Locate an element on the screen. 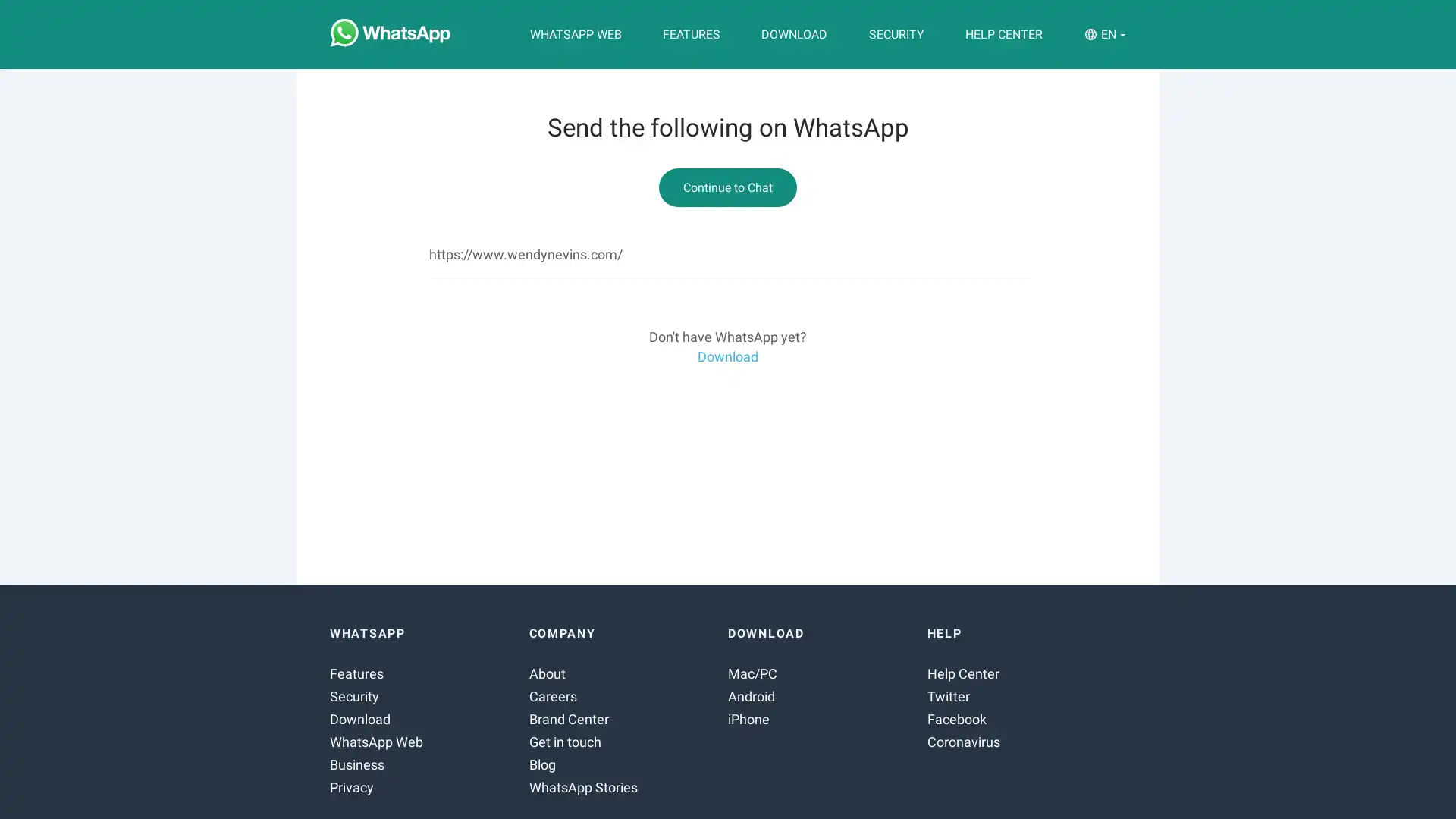 The height and width of the screenshot is (819, 1456). EN is located at coordinates (1105, 34).